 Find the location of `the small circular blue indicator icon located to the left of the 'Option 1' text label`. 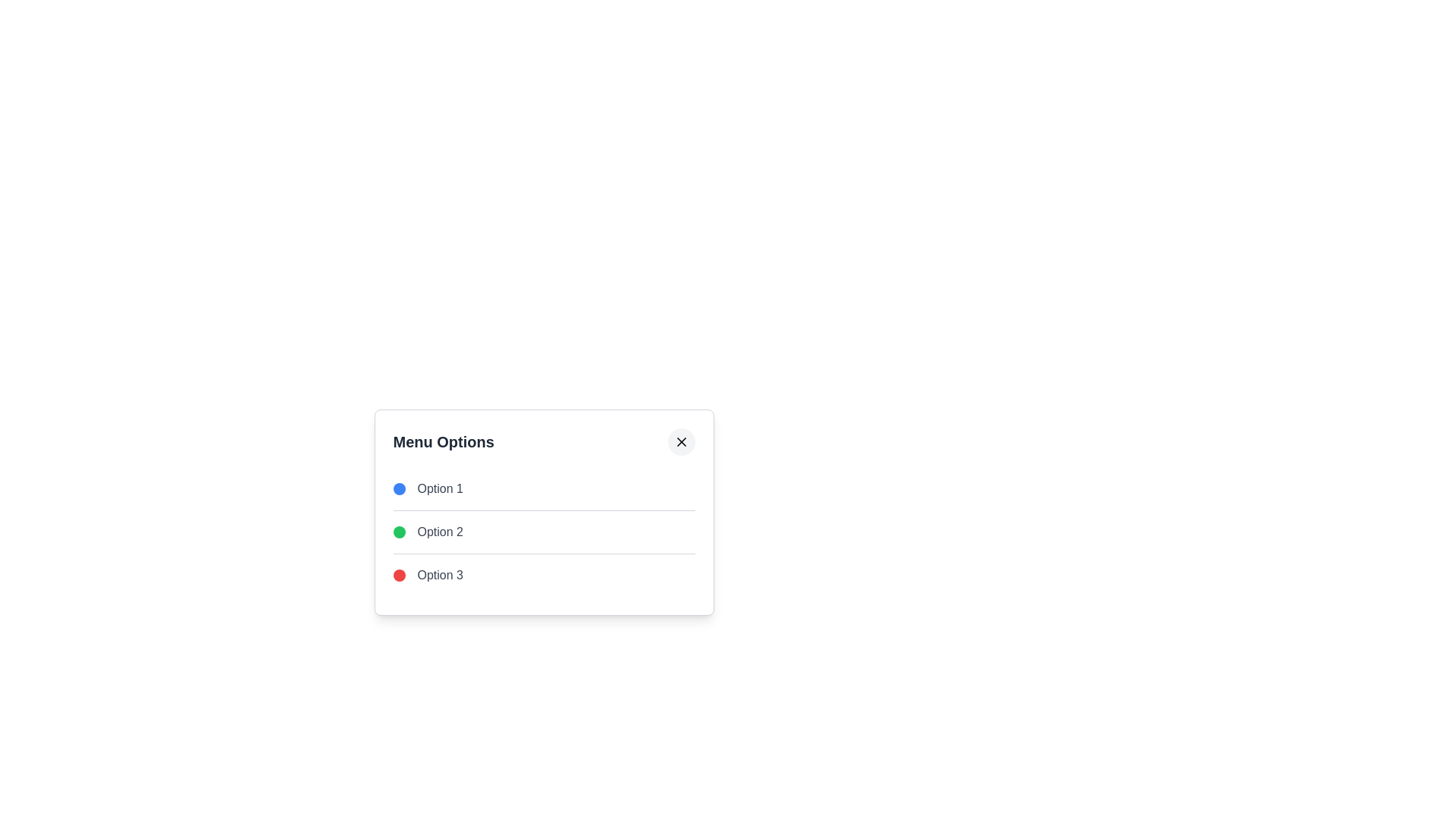

the small circular blue indicator icon located to the left of the 'Option 1' text label is located at coordinates (399, 488).